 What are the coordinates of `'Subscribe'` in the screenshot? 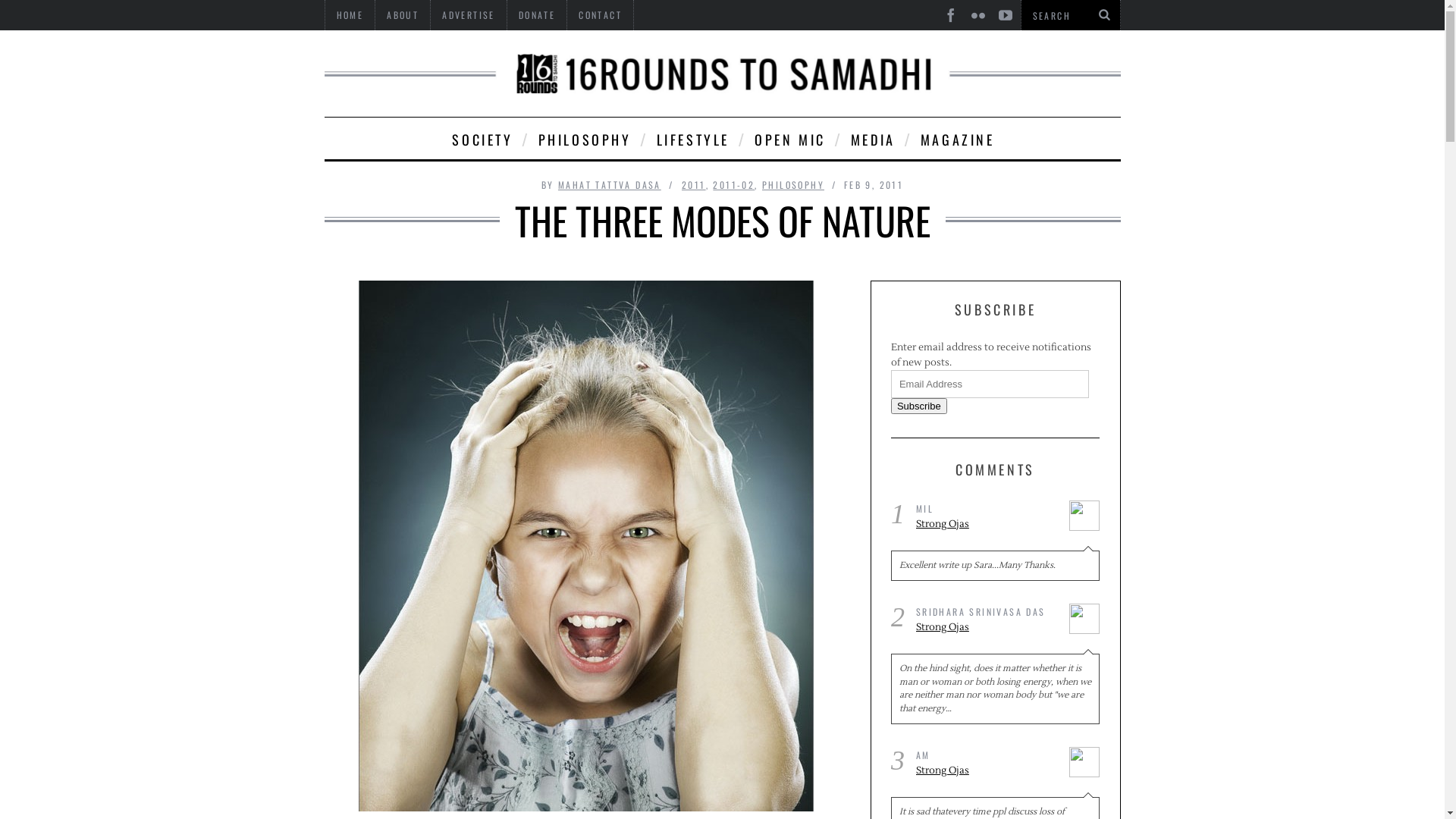 It's located at (918, 405).